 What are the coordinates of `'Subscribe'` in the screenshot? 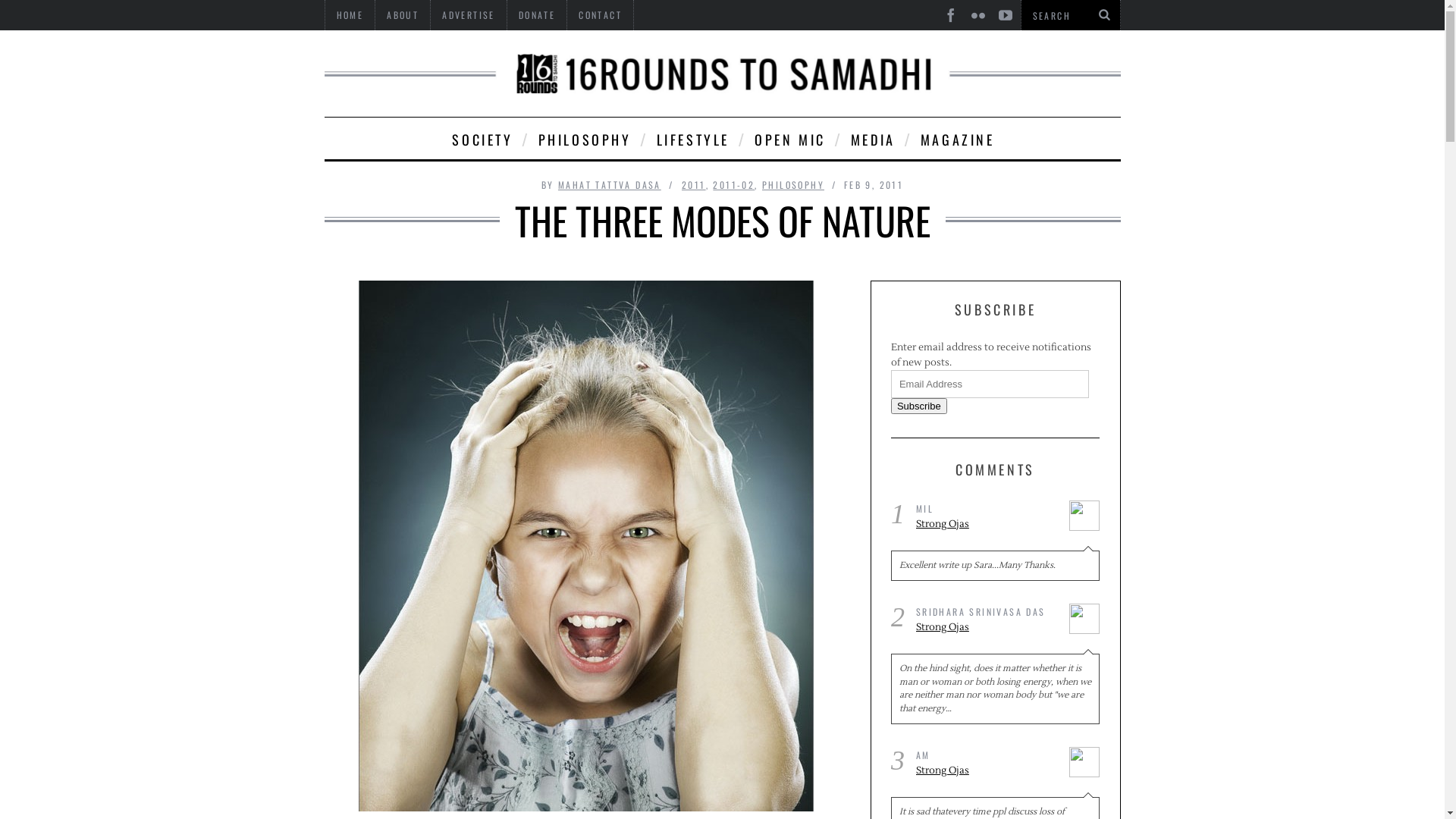 It's located at (918, 405).